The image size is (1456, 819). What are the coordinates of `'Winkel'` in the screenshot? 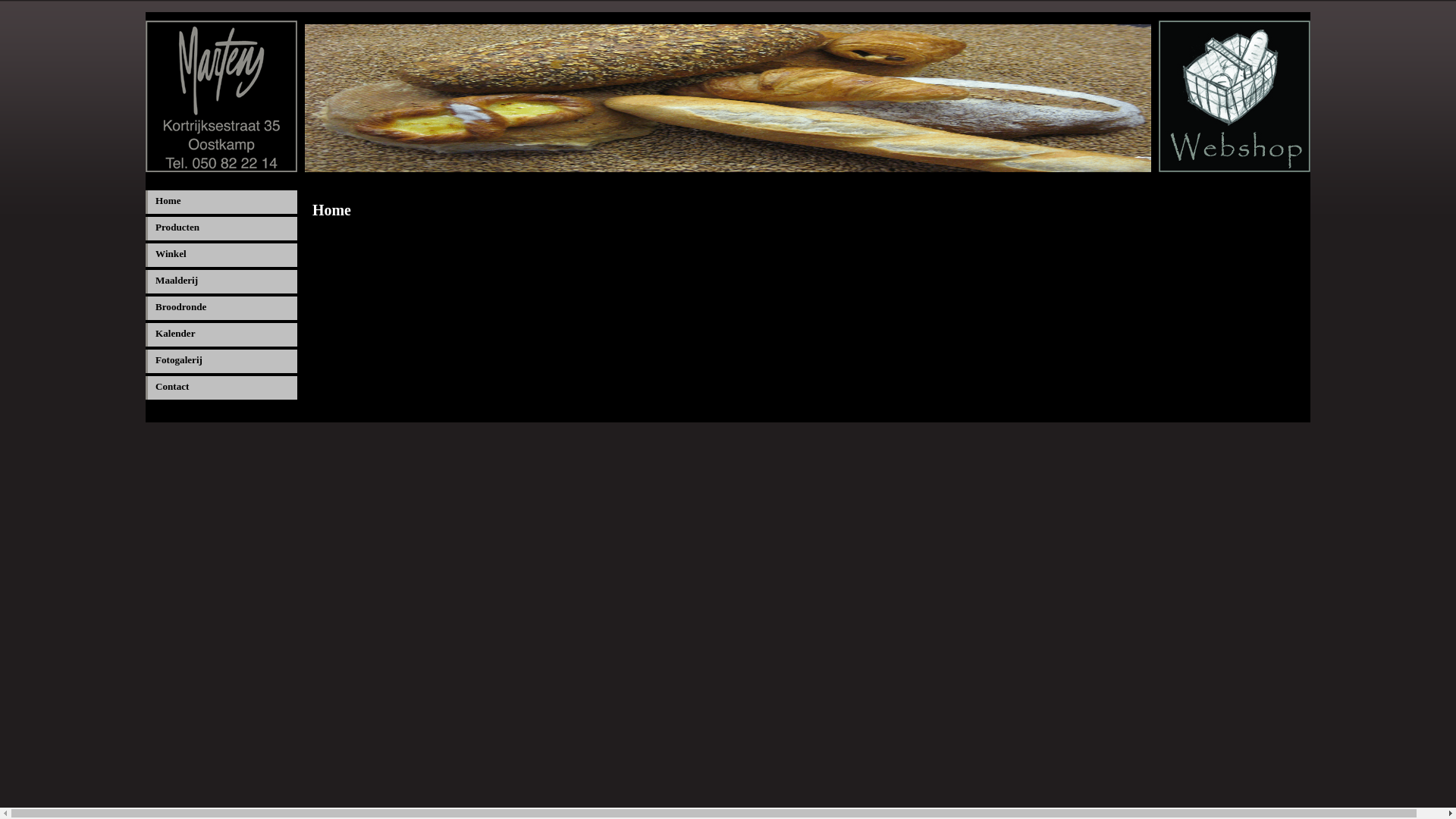 It's located at (221, 254).